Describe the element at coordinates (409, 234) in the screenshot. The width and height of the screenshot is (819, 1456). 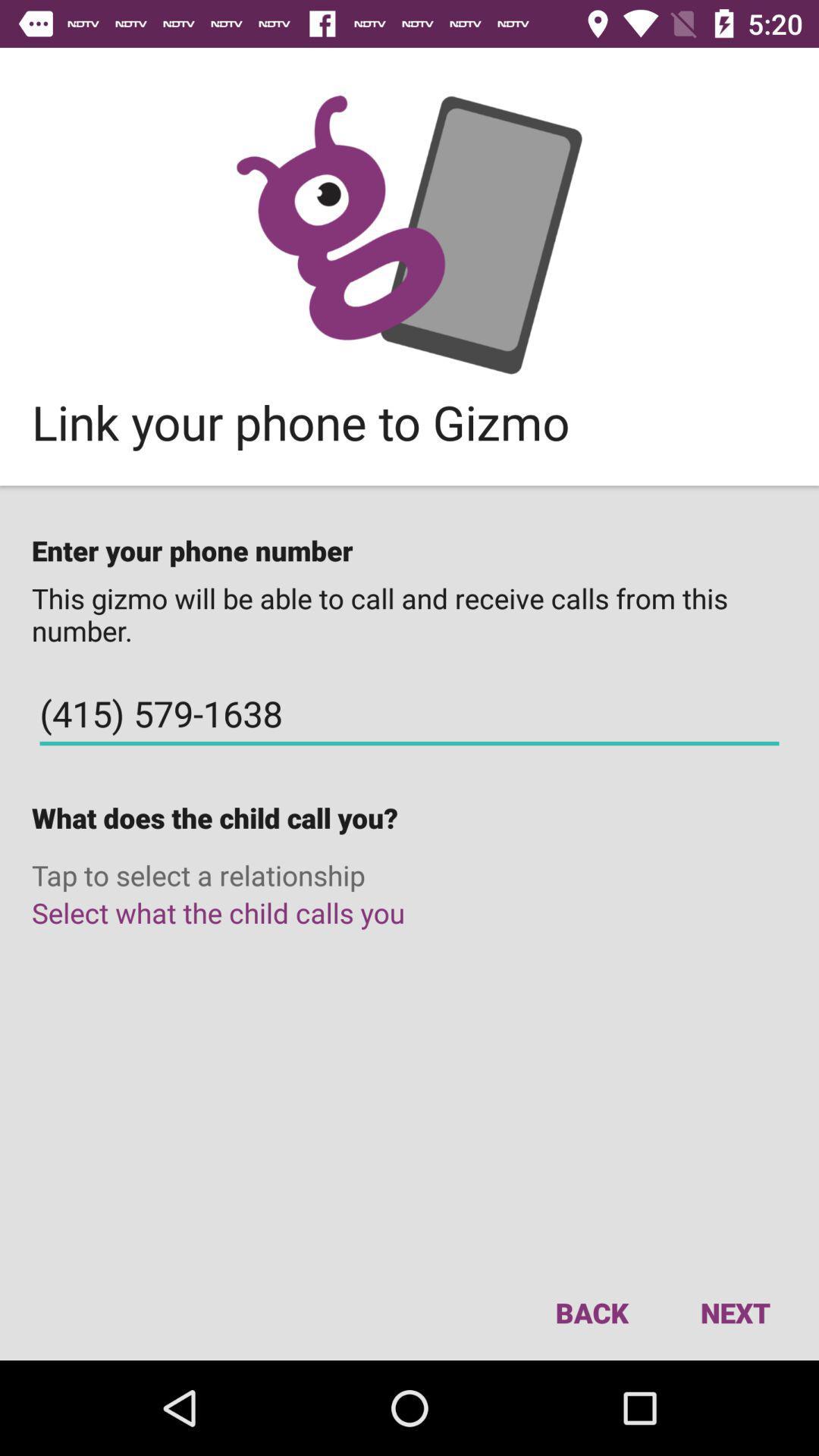
I see `the home page` at that location.